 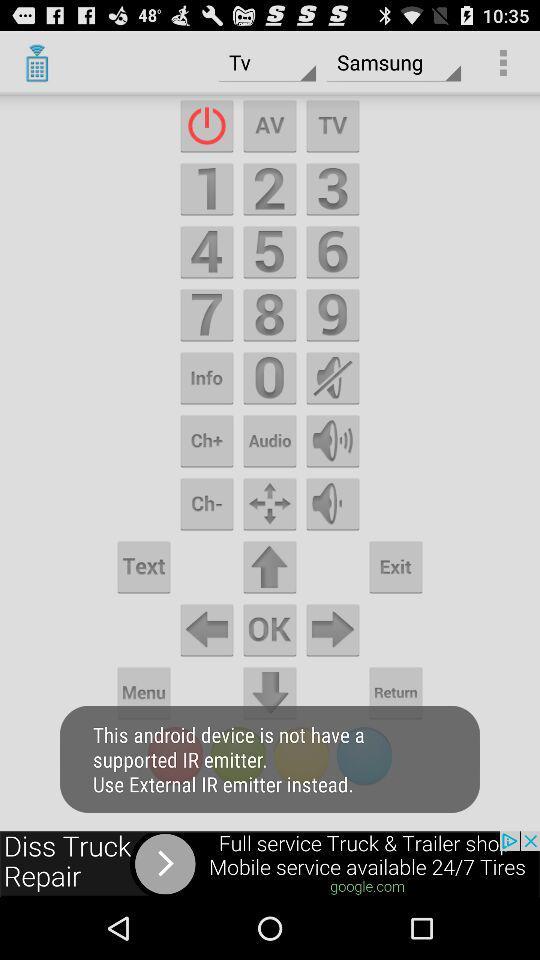 I want to click on the arrow_backward icon, so click(x=205, y=674).